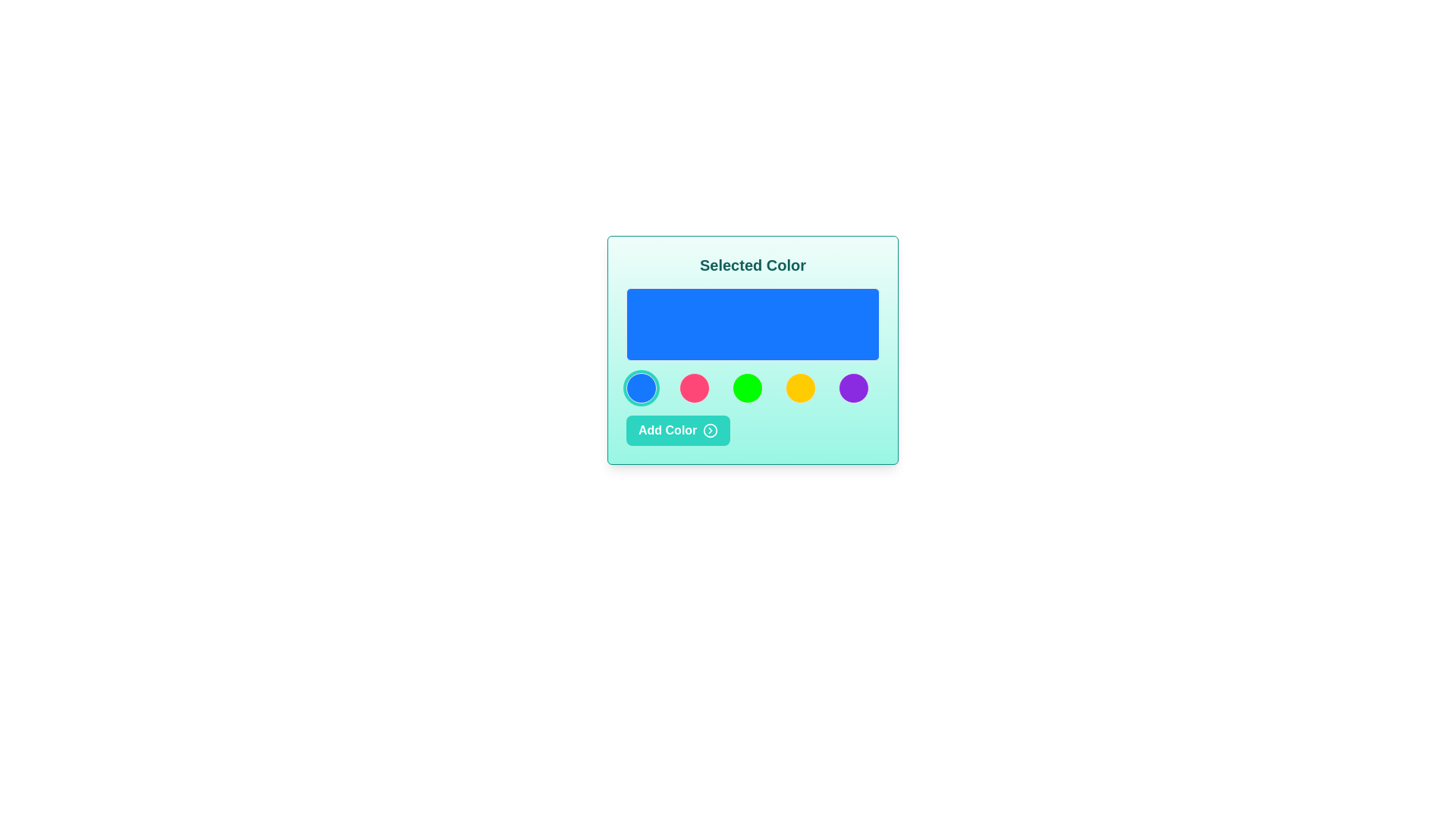 The width and height of the screenshot is (1456, 819). Describe the element at coordinates (747, 388) in the screenshot. I see `the third circular button in the grid layout` at that location.